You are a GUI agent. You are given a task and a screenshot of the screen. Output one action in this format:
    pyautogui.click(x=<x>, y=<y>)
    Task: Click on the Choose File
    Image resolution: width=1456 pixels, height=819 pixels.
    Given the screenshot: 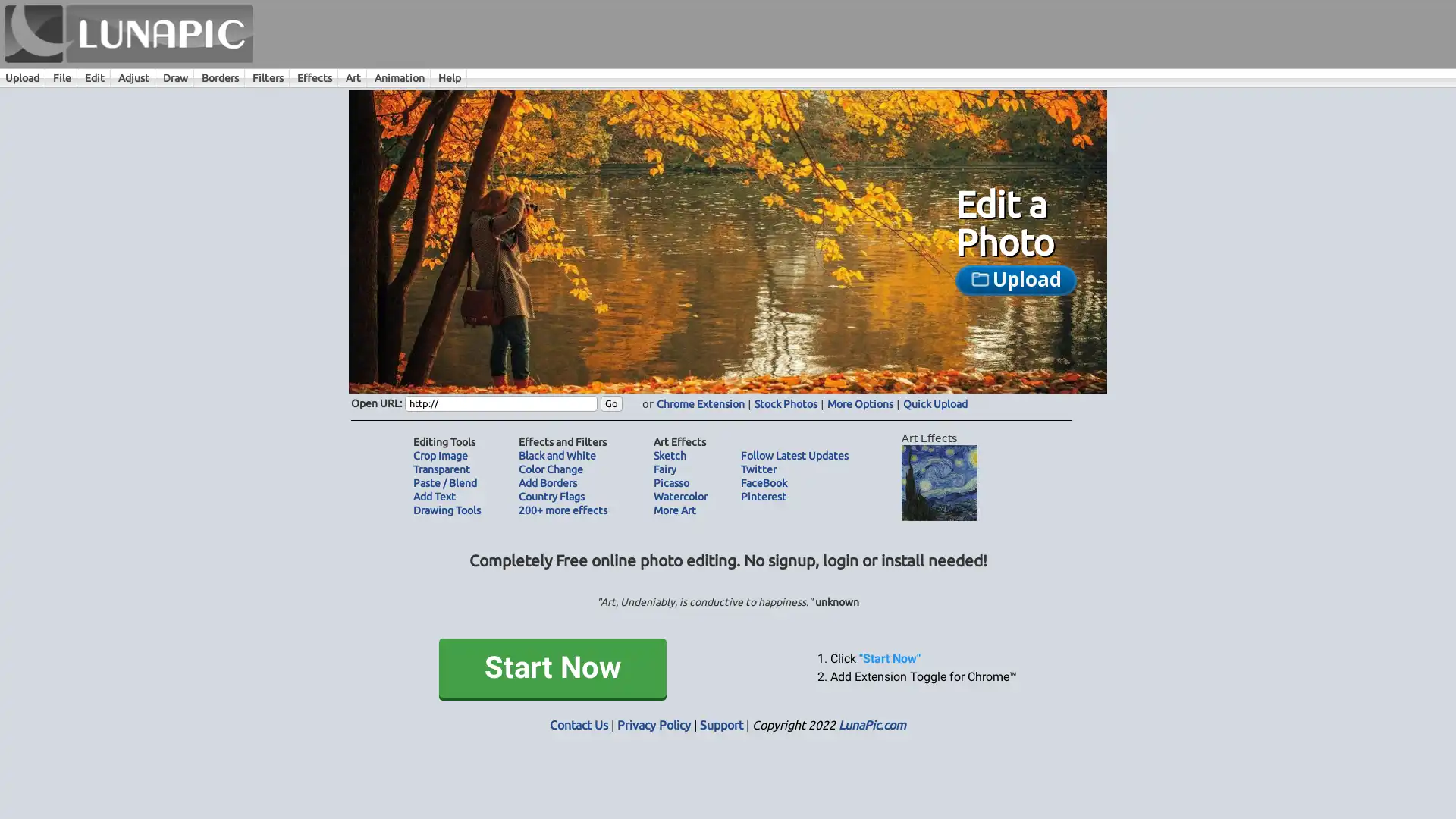 What is the action you would take?
    pyautogui.click(x=886, y=296)
    